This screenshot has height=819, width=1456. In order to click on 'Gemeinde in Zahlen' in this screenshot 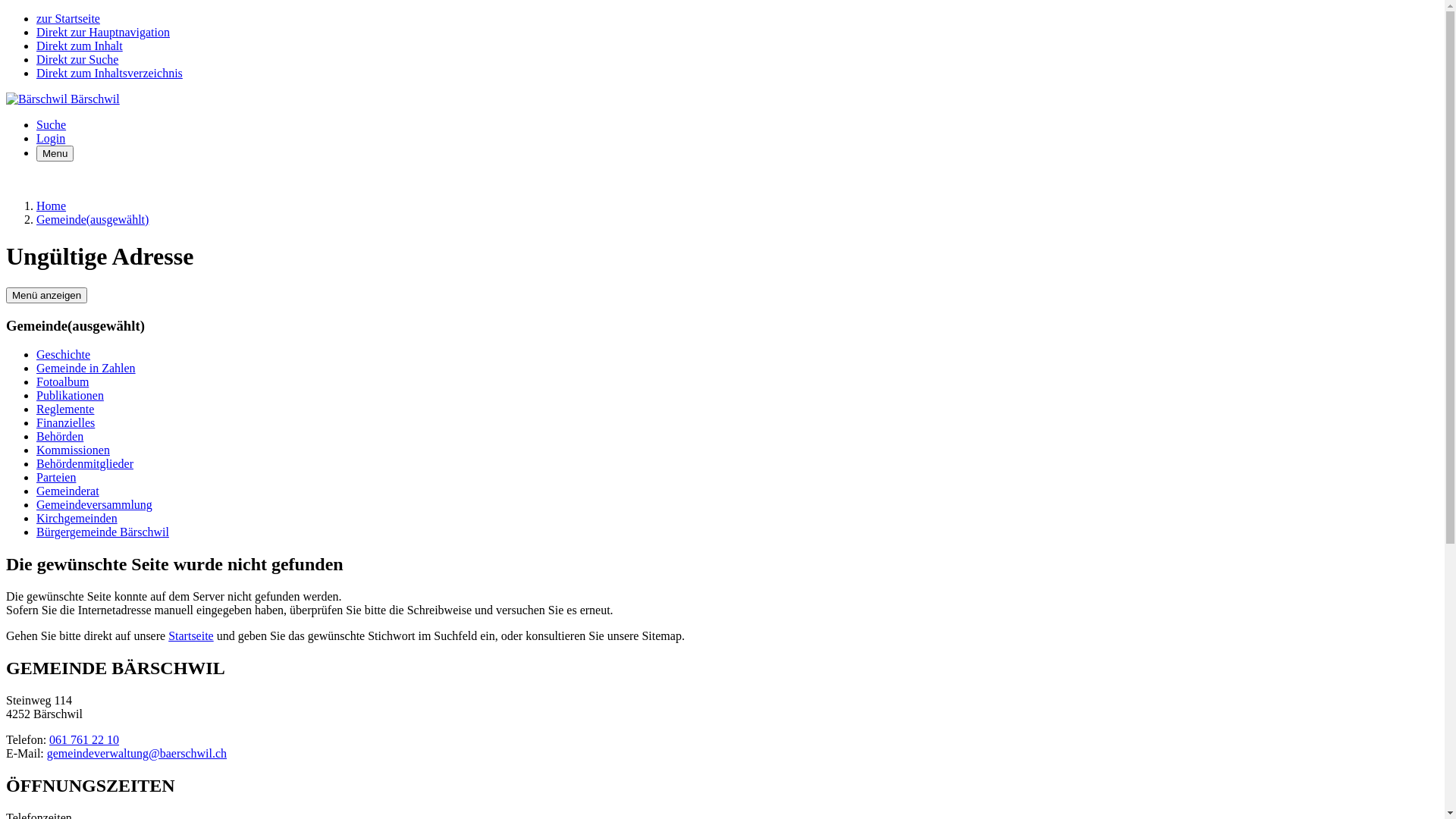, I will do `click(85, 368)`.